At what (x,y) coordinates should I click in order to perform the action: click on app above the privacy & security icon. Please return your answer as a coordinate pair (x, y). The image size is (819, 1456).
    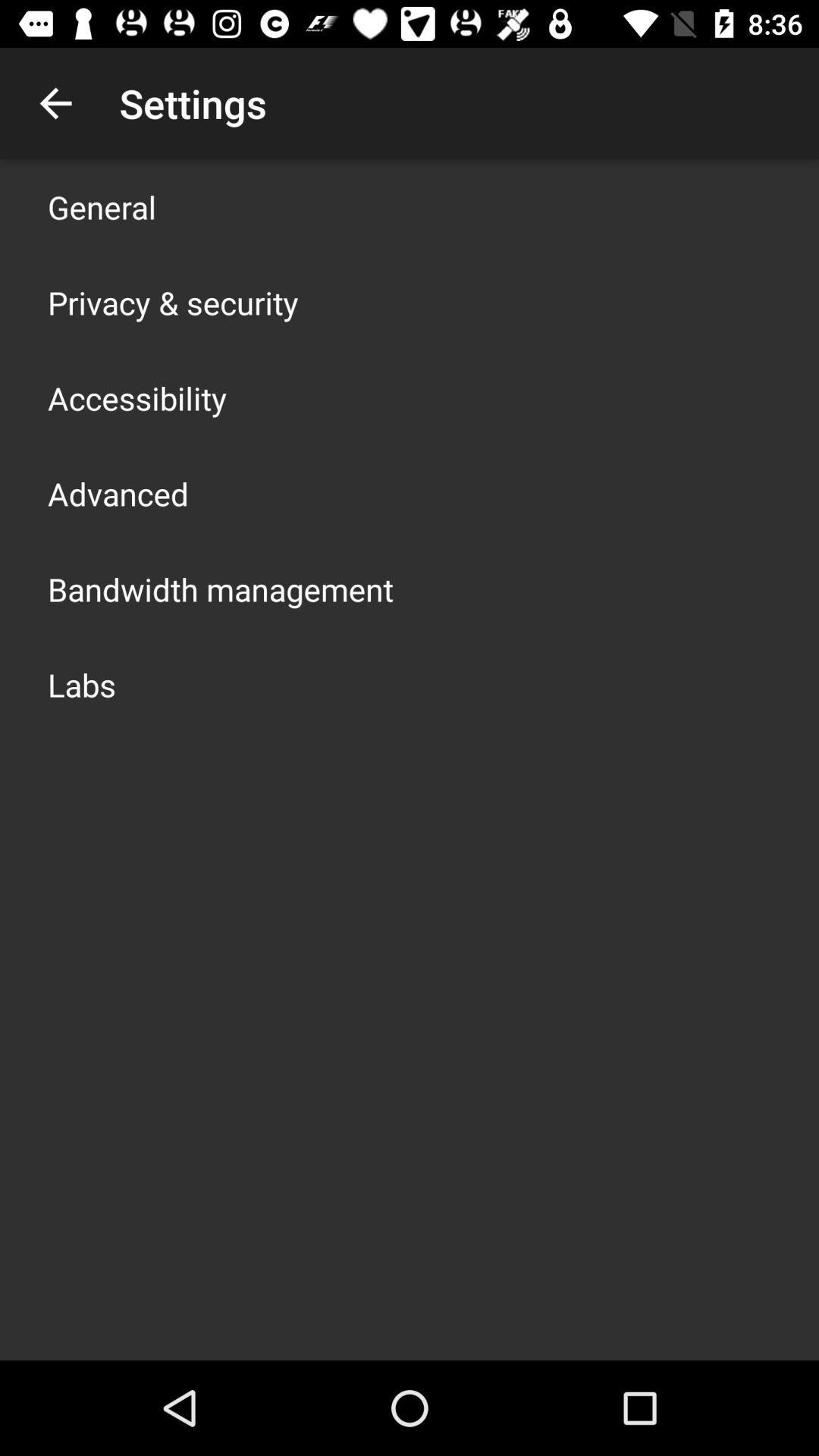
    Looking at the image, I should click on (102, 206).